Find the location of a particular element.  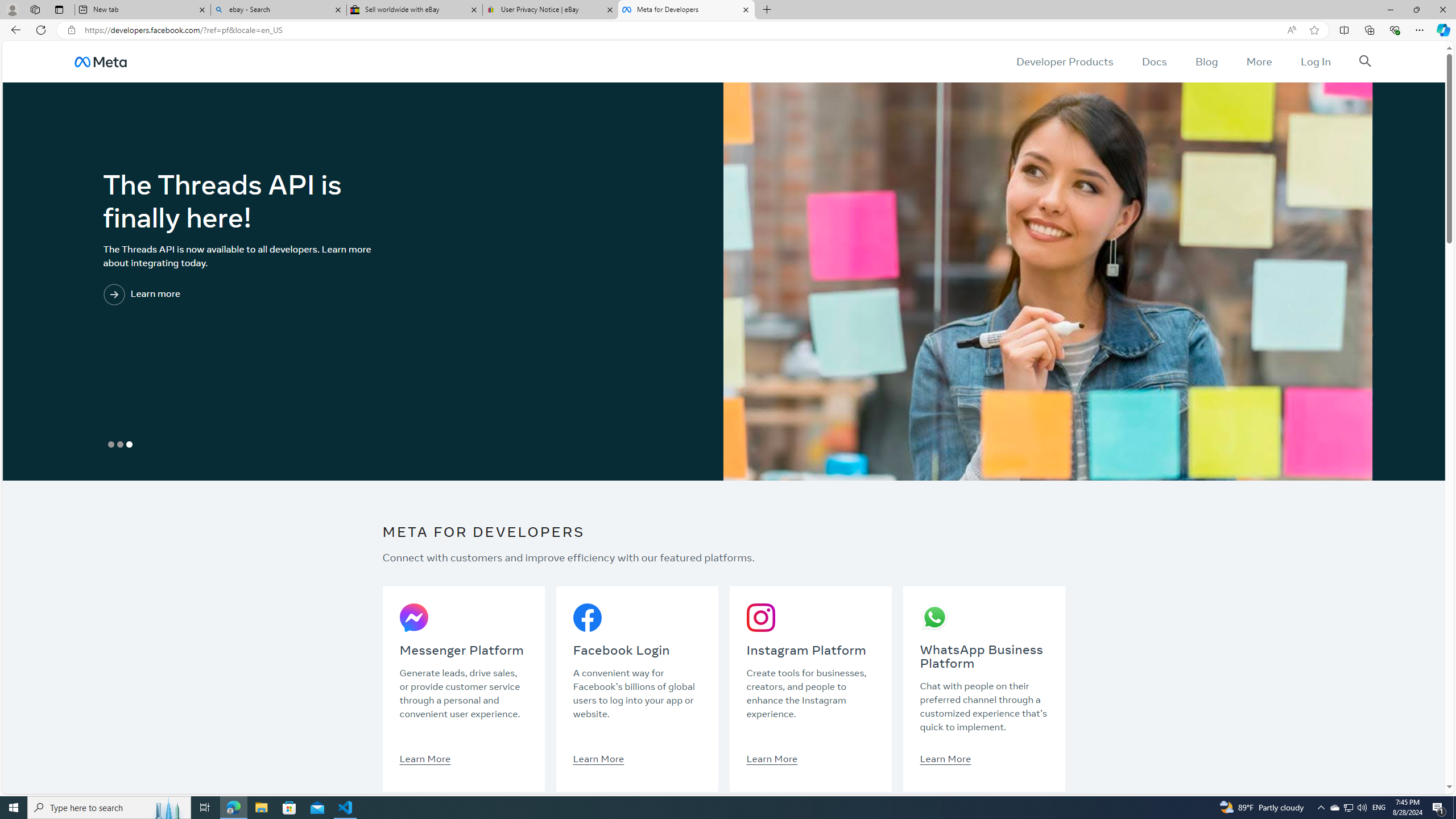

'Docs' is located at coordinates (1153, 61).